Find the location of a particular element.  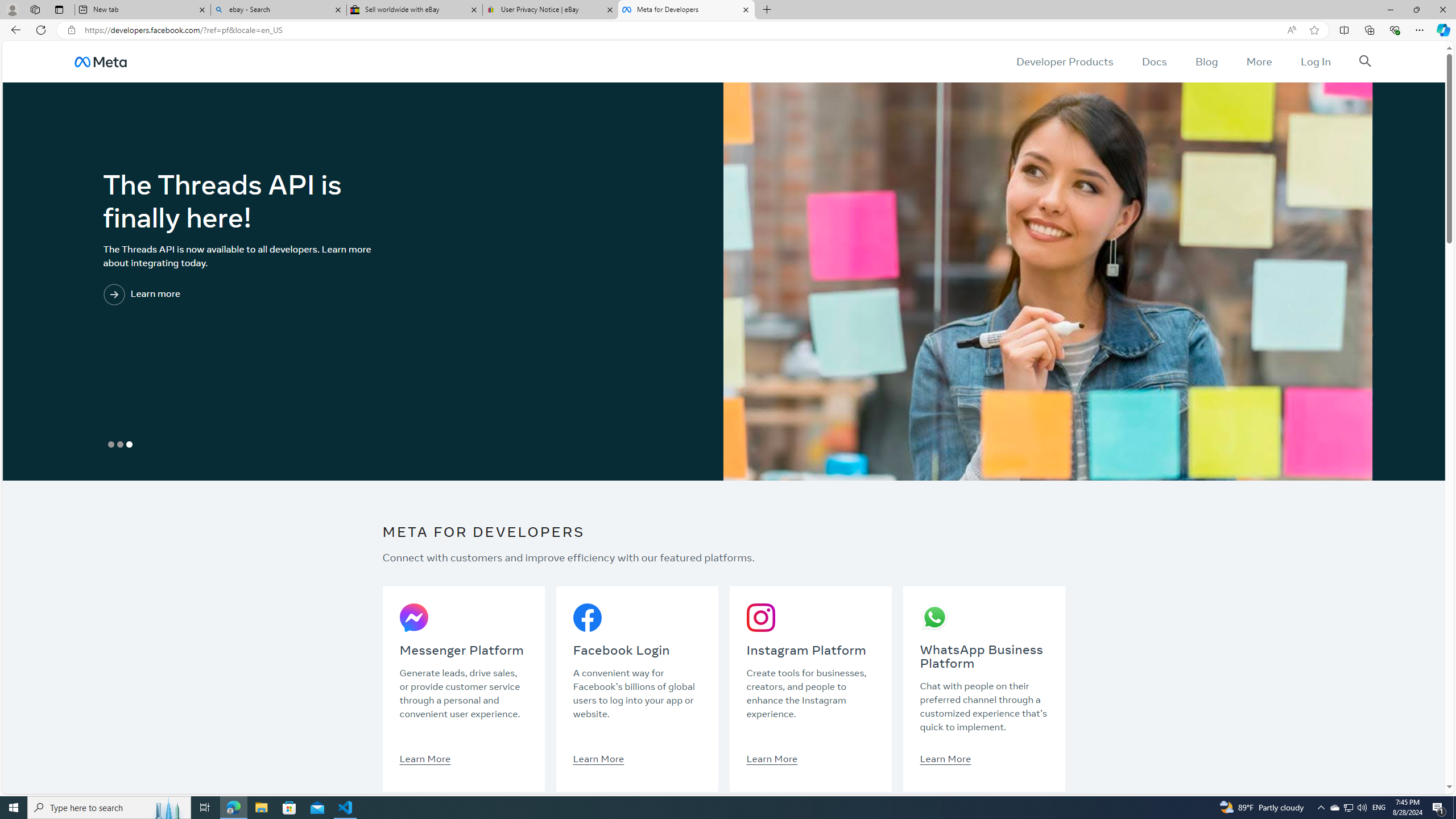

'Docs' is located at coordinates (1153, 61).